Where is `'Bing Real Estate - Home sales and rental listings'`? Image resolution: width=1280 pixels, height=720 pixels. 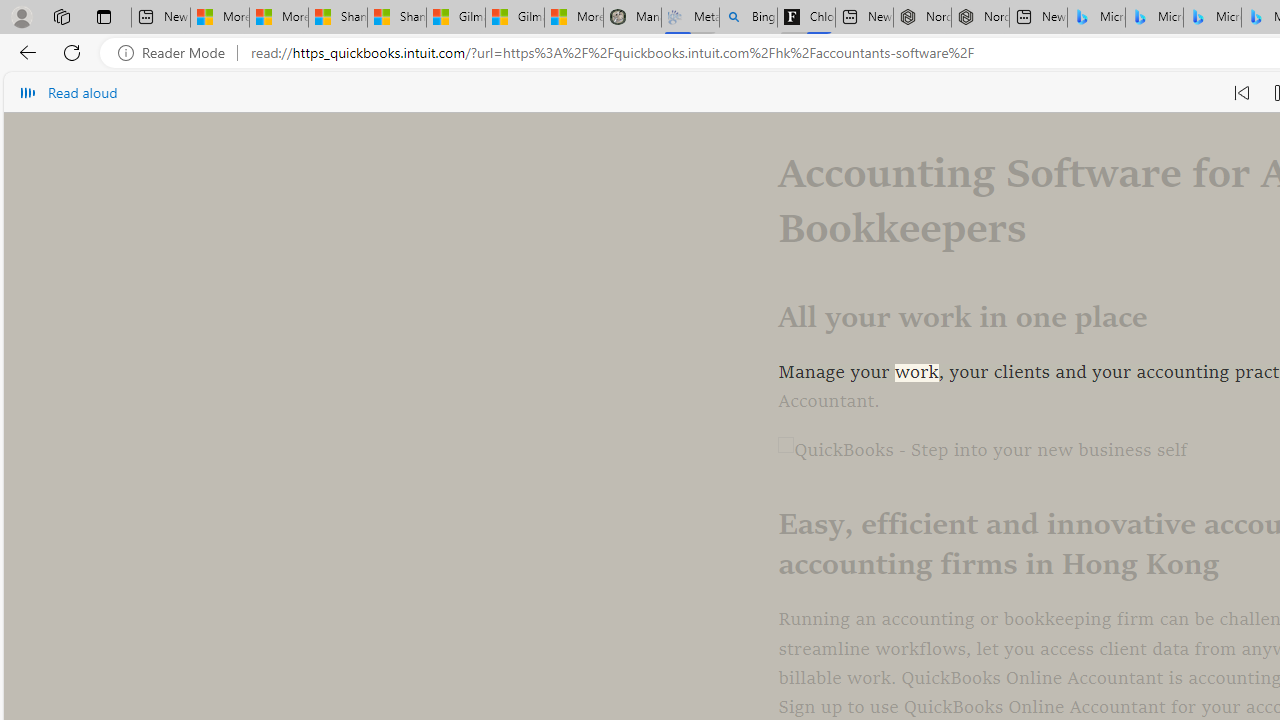
'Bing Real Estate - Home sales and rental listings' is located at coordinates (747, 17).